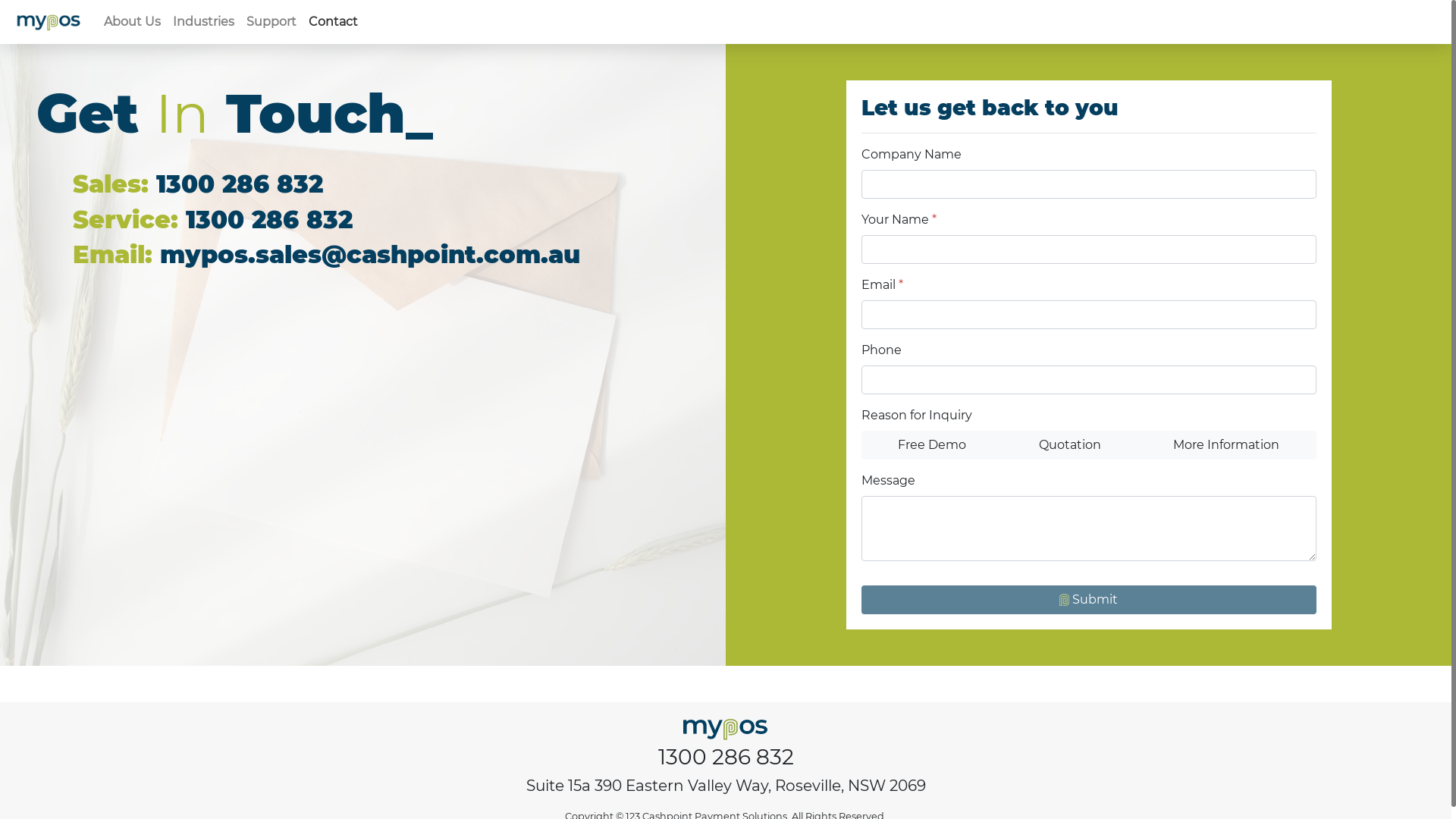 This screenshot has width=1456, height=819. Describe the element at coordinates (271, 22) in the screenshot. I see `'Support'` at that location.